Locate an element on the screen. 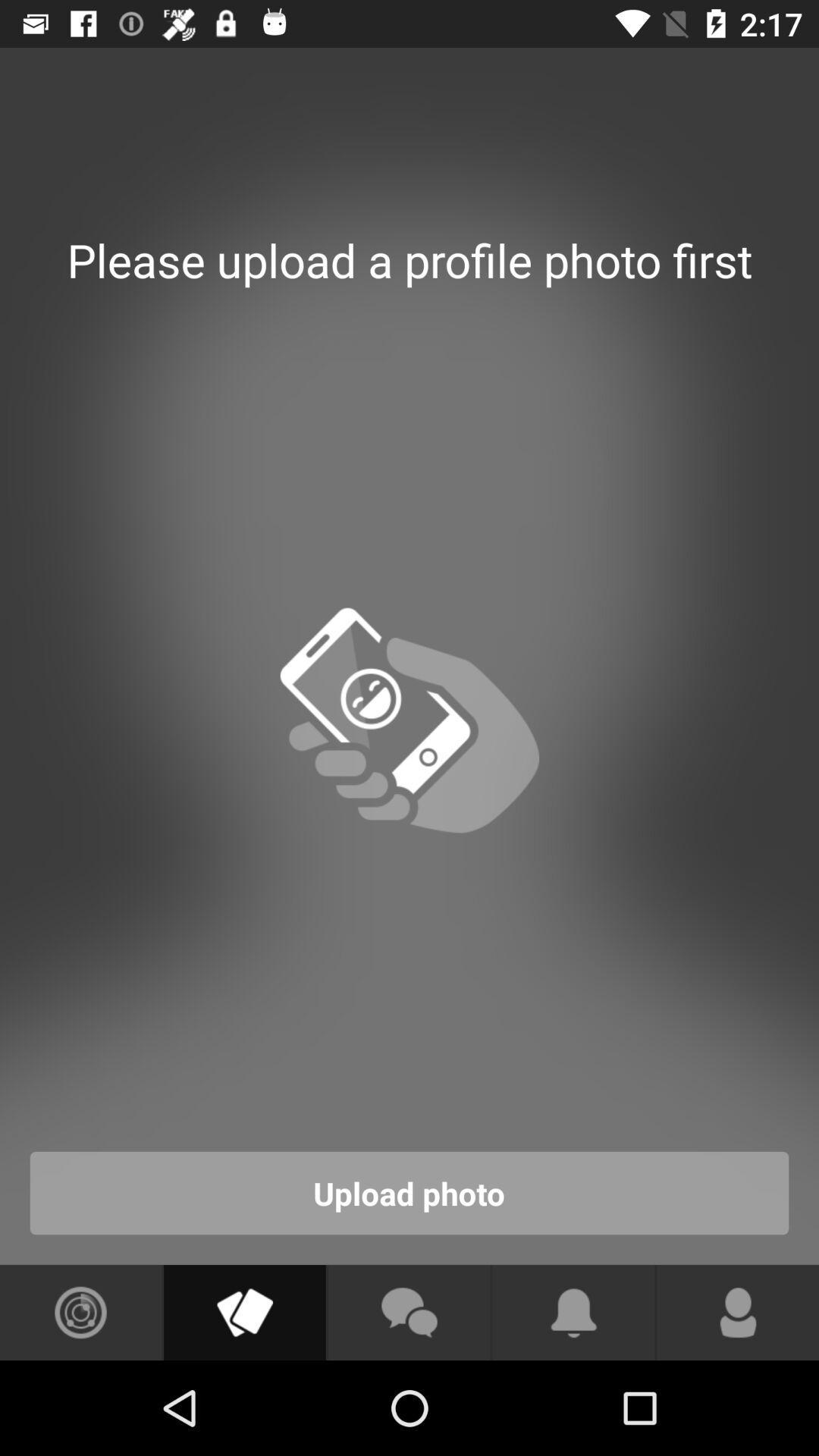 The width and height of the screenshot is (819, 1456). see photos is located at coordinates (80, 1312).